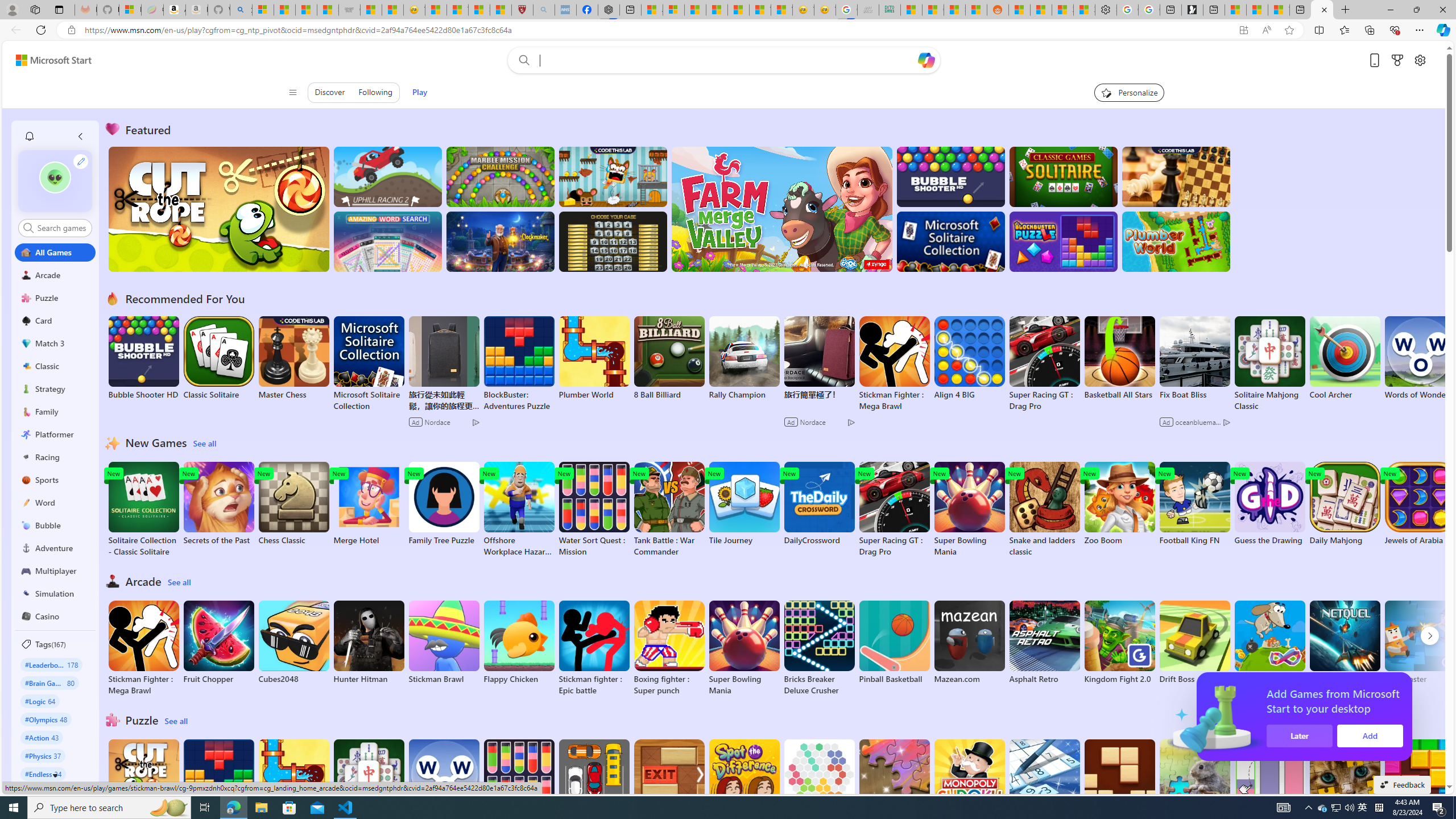  What do you see at coordinates (1345, 358) in the screenshot?
I see `'Cool Archer'` at bounding box center [1345, 358].